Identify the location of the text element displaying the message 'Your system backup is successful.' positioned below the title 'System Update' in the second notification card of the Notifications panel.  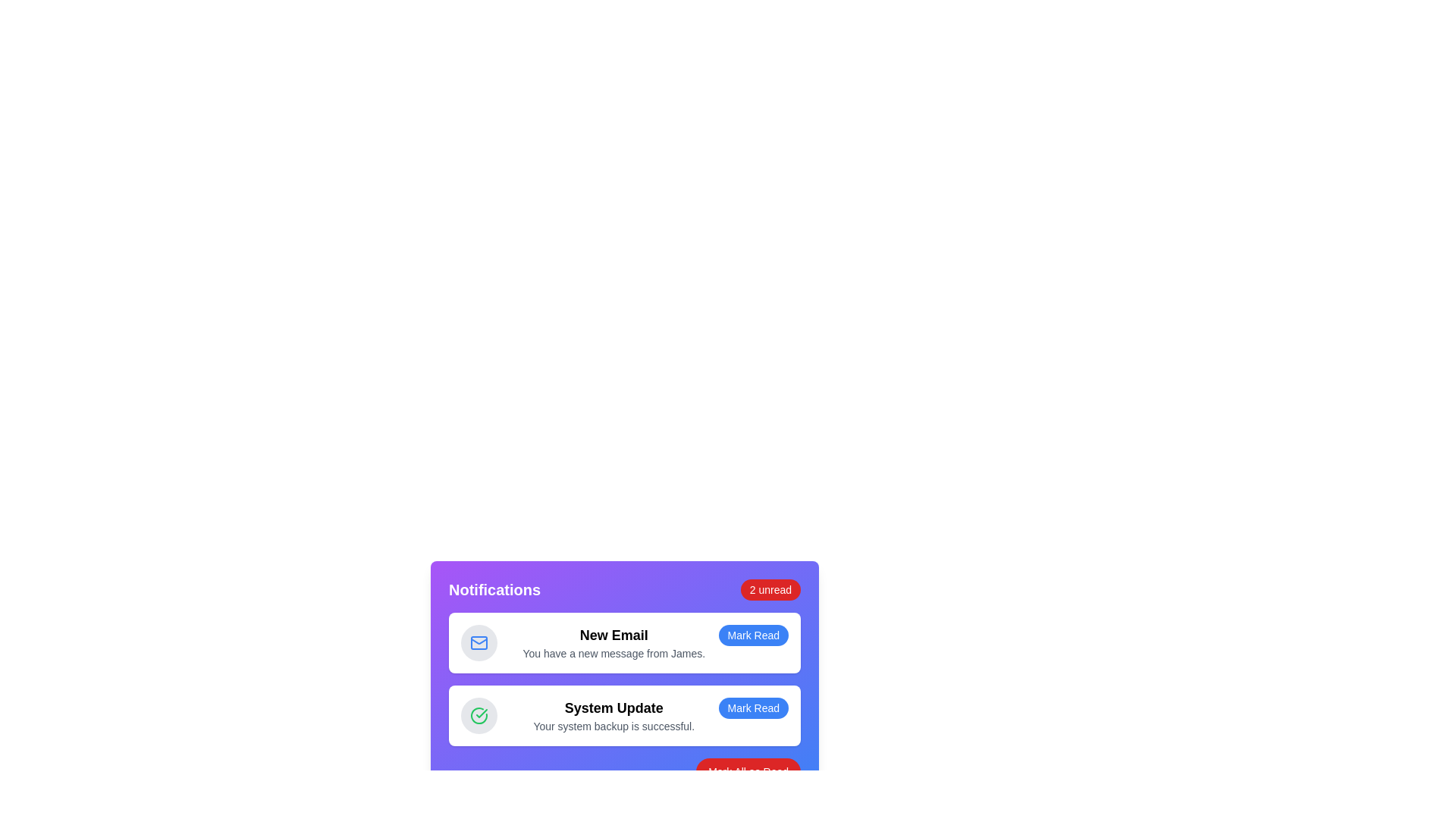
(613, 725).